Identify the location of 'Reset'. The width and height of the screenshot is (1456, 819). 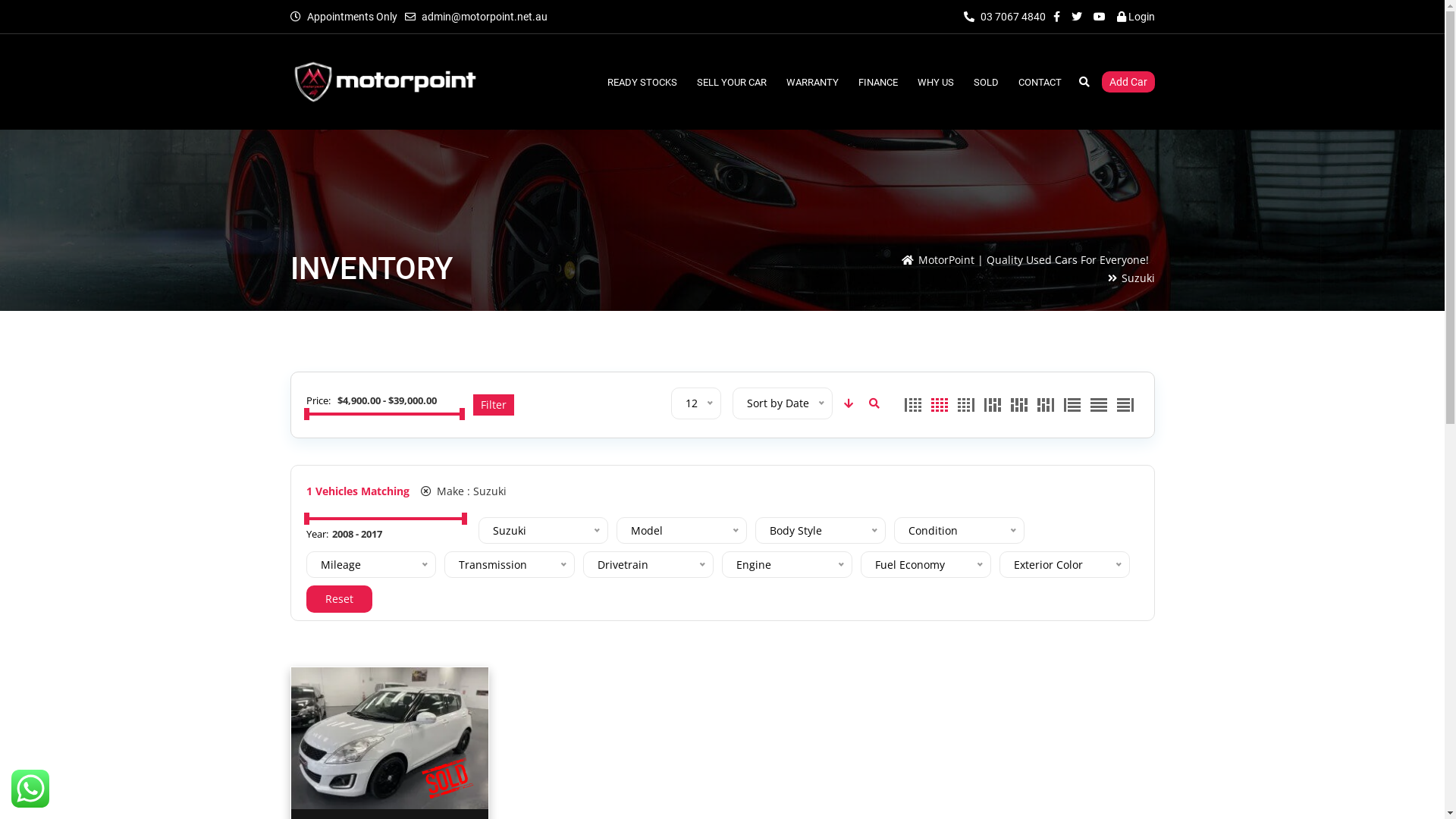
(338, 598).